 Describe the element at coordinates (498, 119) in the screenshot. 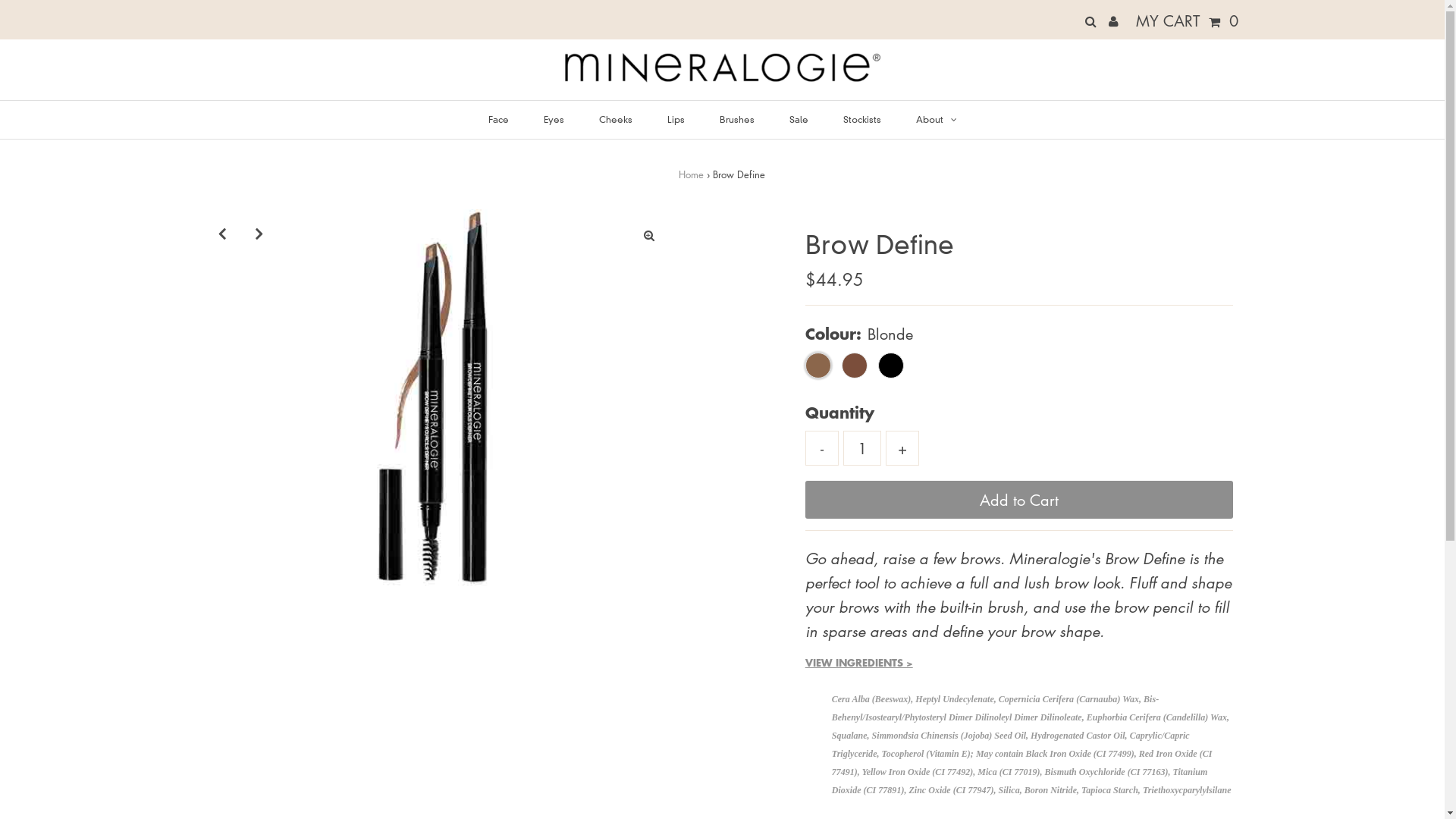

I see `'Face'` at that location.